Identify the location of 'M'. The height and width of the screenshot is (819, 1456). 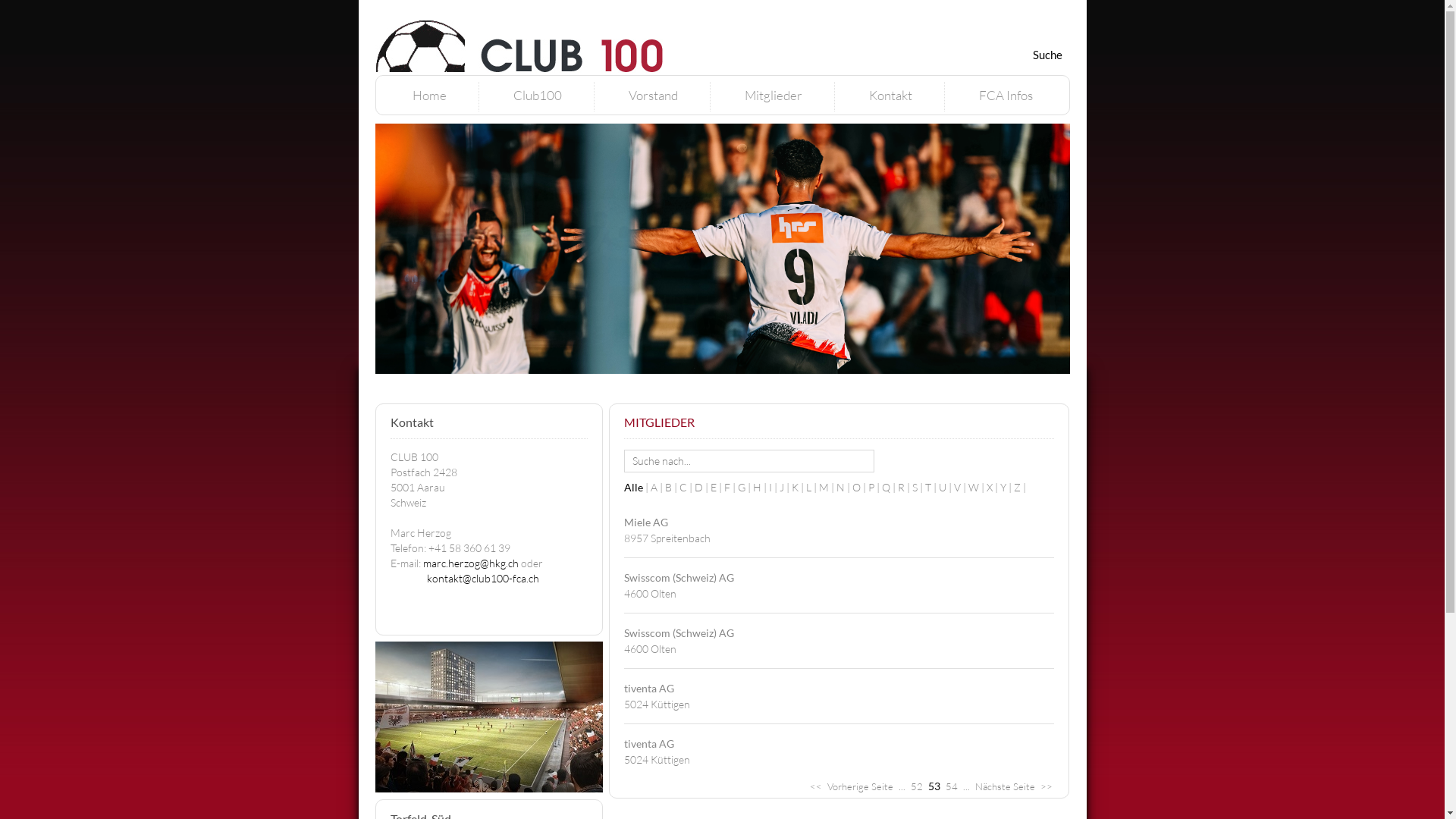
(827, 487).